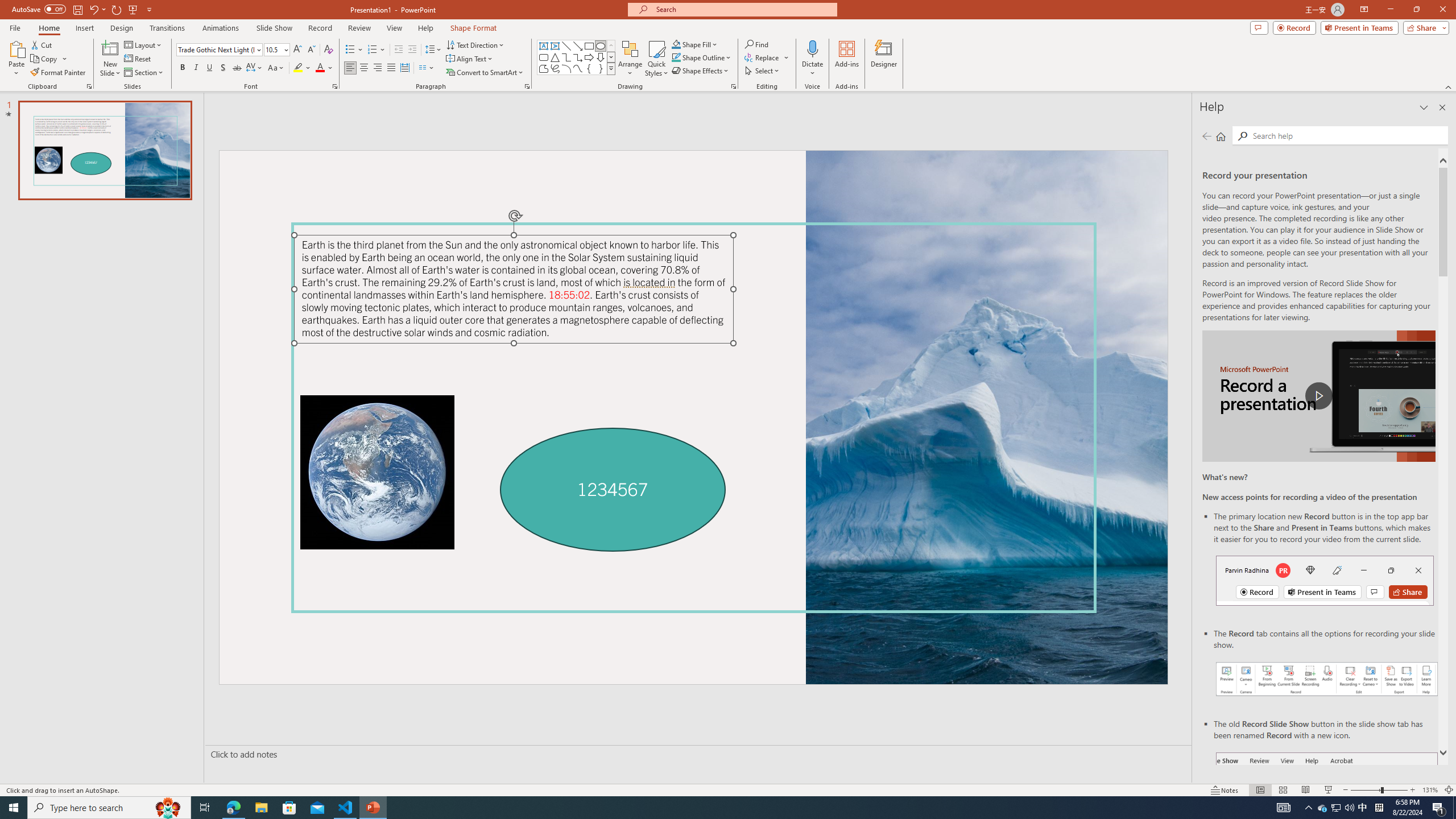 The height and width of the screenshot is (819, 1456). What do you see at coordinates (1326, 678) in the screenshot?
I see `'Record your presentations screenshot one'` at bounding box center [1326, 678].